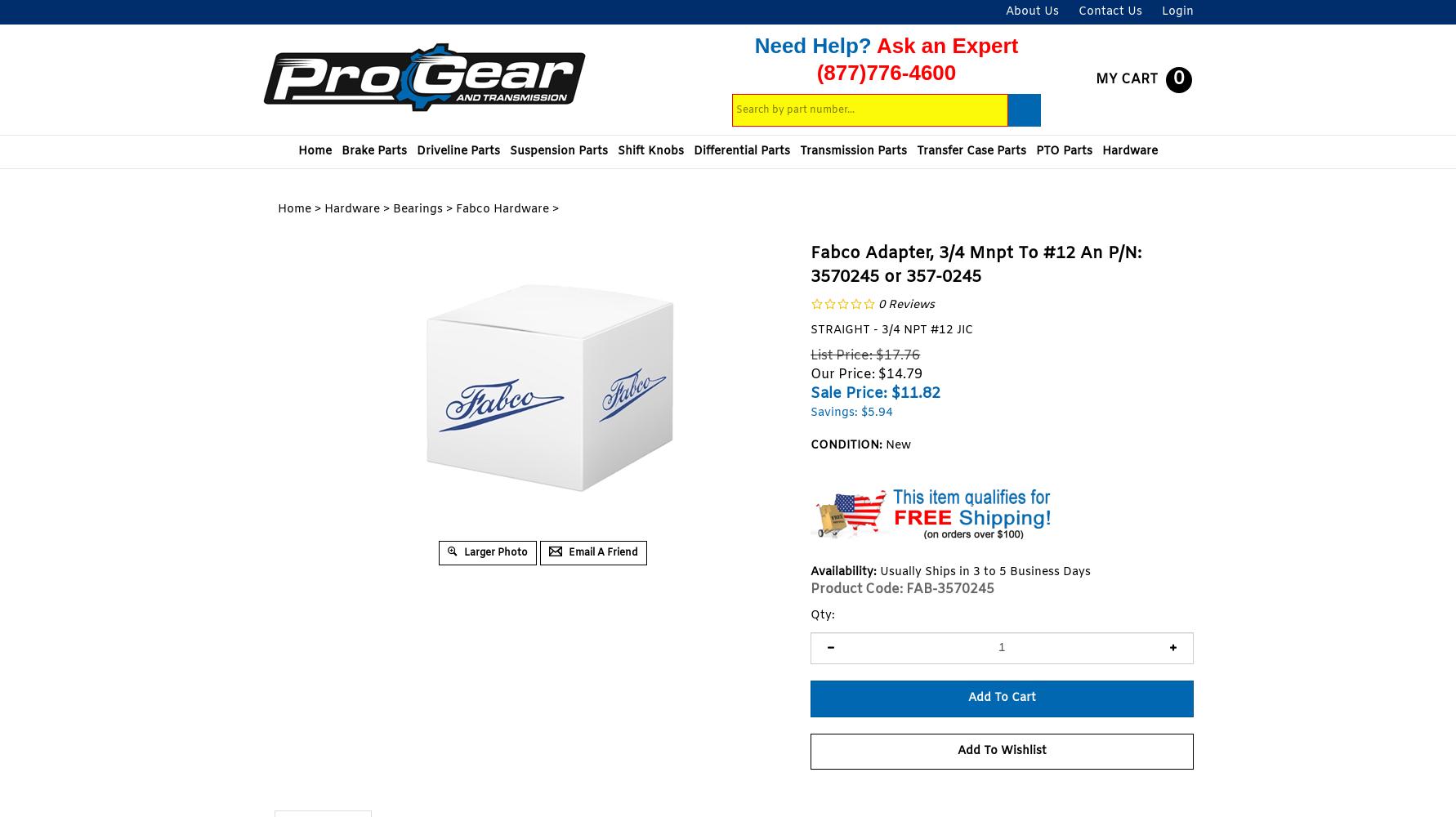 The image size is (1456, 817). What do you see at coordinates (741, 151) in the screenshot?
I see `'Differential Parts'` at bounding box center [741, 151].